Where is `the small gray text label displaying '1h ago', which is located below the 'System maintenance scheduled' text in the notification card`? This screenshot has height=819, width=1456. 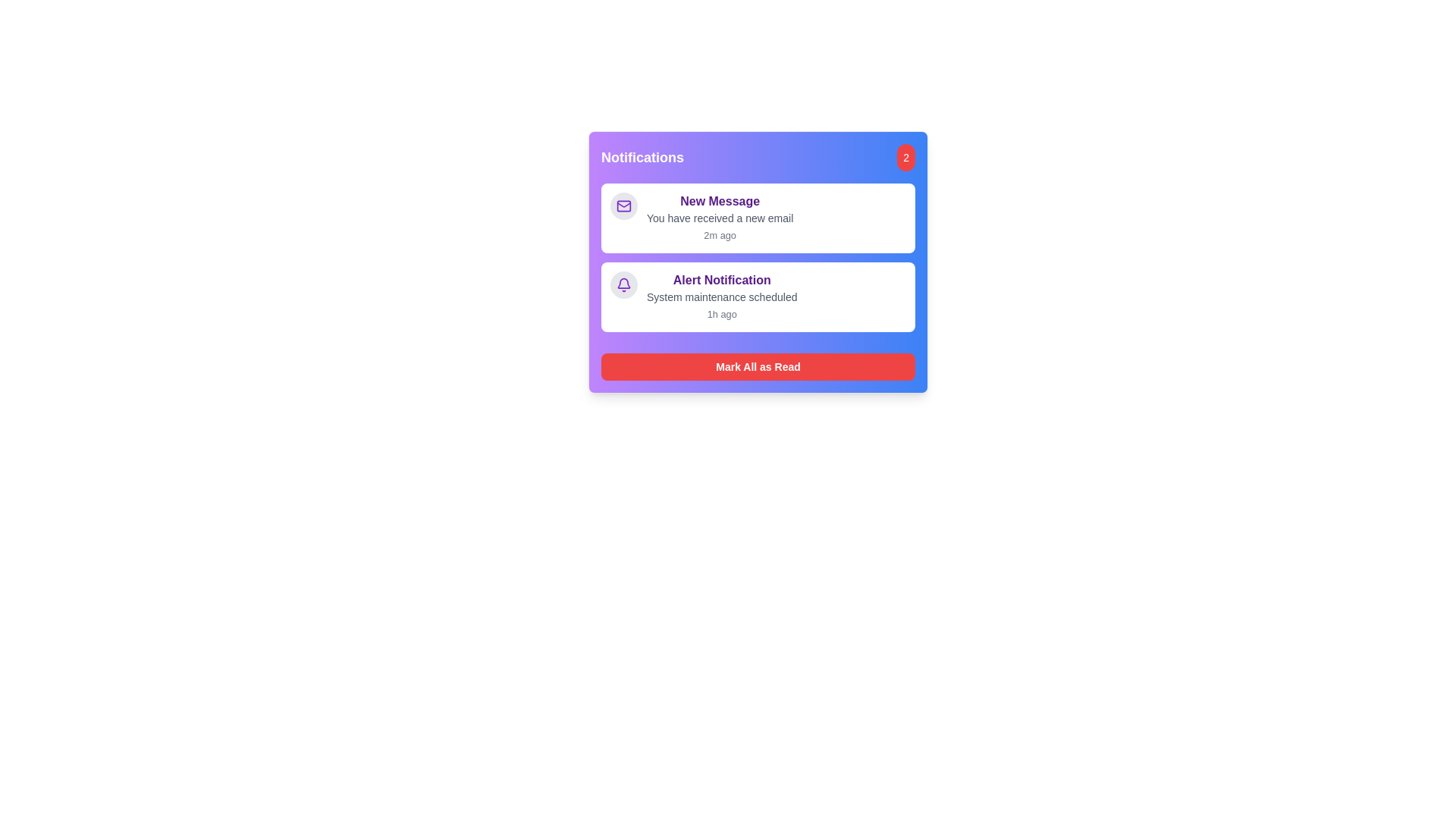 the small gray text label displaying '1h ago', which is located below the 'System maintenance scheduled' text in the notification card is located at coordinates (721, 313).